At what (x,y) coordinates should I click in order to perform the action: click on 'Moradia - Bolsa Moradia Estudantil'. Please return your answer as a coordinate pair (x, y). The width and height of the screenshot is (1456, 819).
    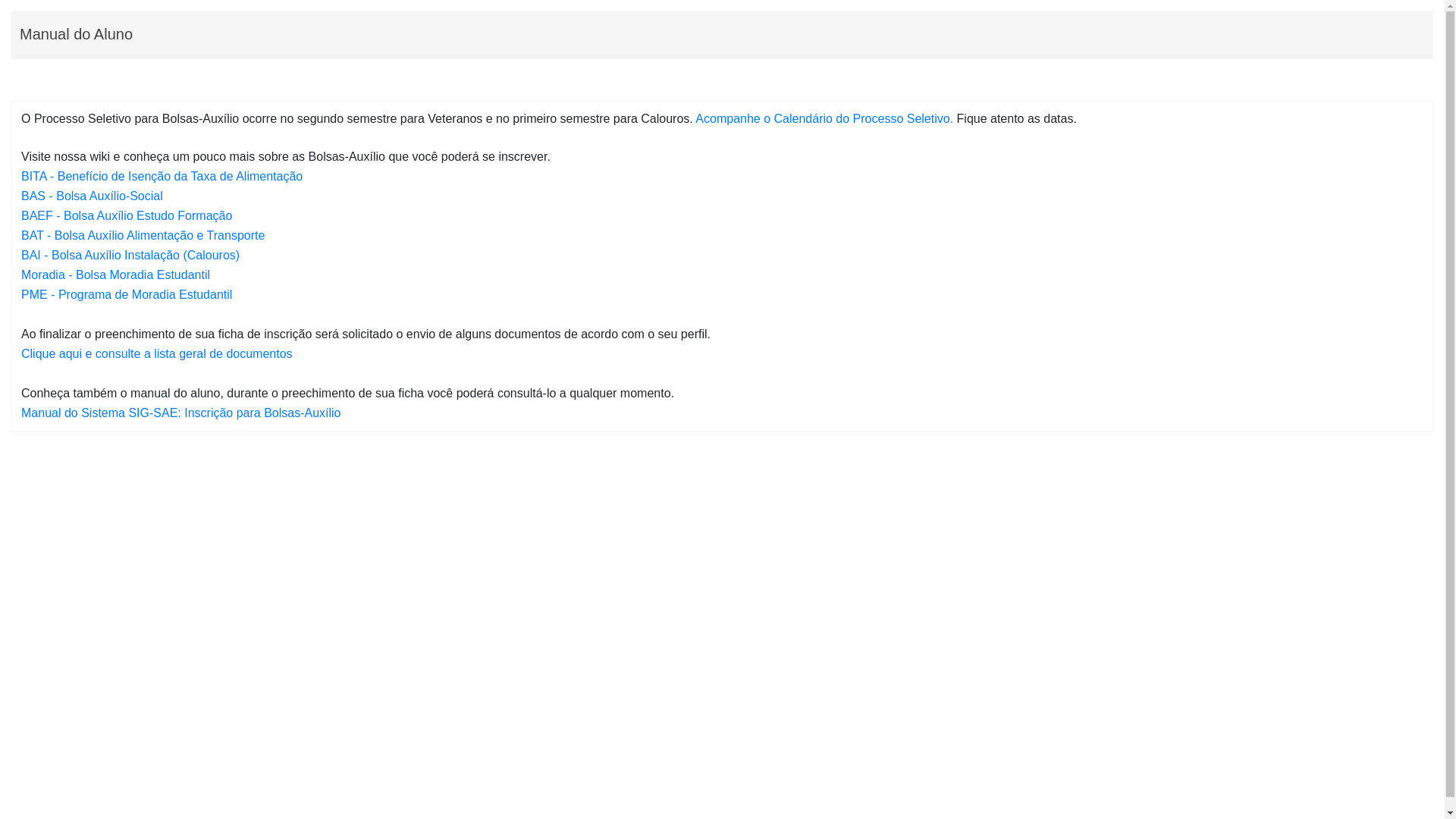
    Looking at the image, I should click on (115, 275).